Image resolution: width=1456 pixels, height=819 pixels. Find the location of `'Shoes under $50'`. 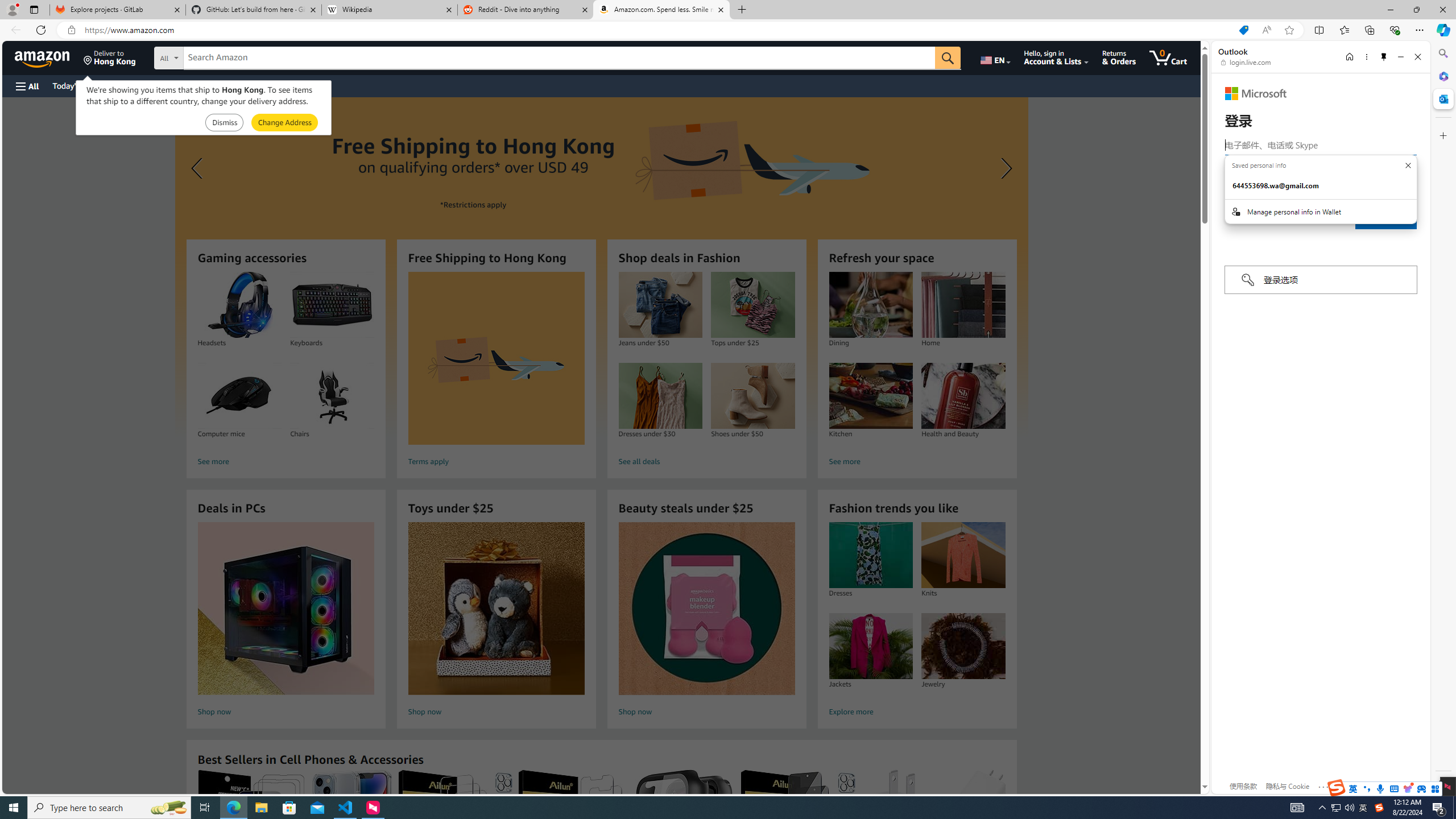

'Shoes under $50' is located at coordinates (753, 396).